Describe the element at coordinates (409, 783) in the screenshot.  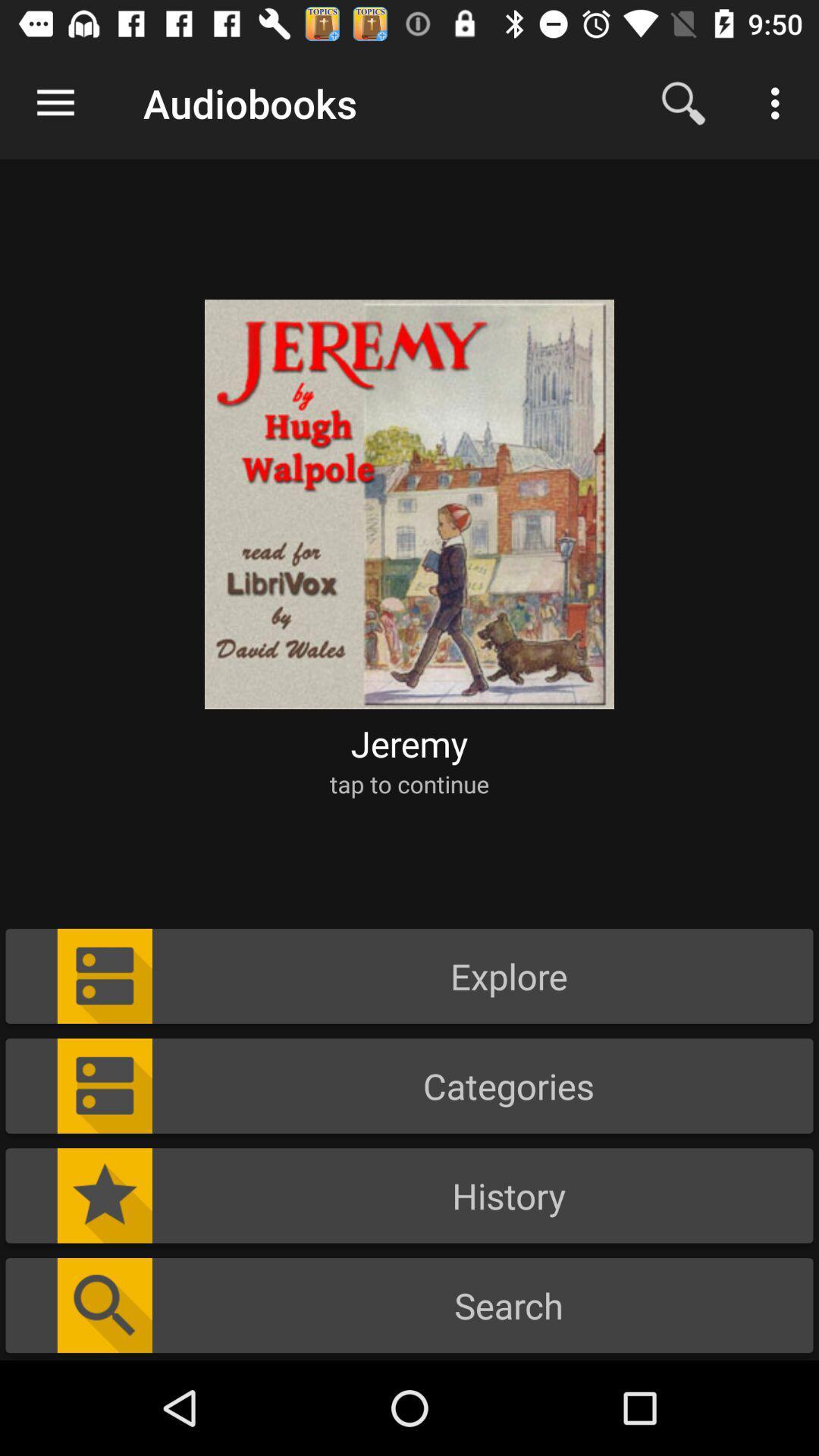
I see `the icon above the explore` at that location.